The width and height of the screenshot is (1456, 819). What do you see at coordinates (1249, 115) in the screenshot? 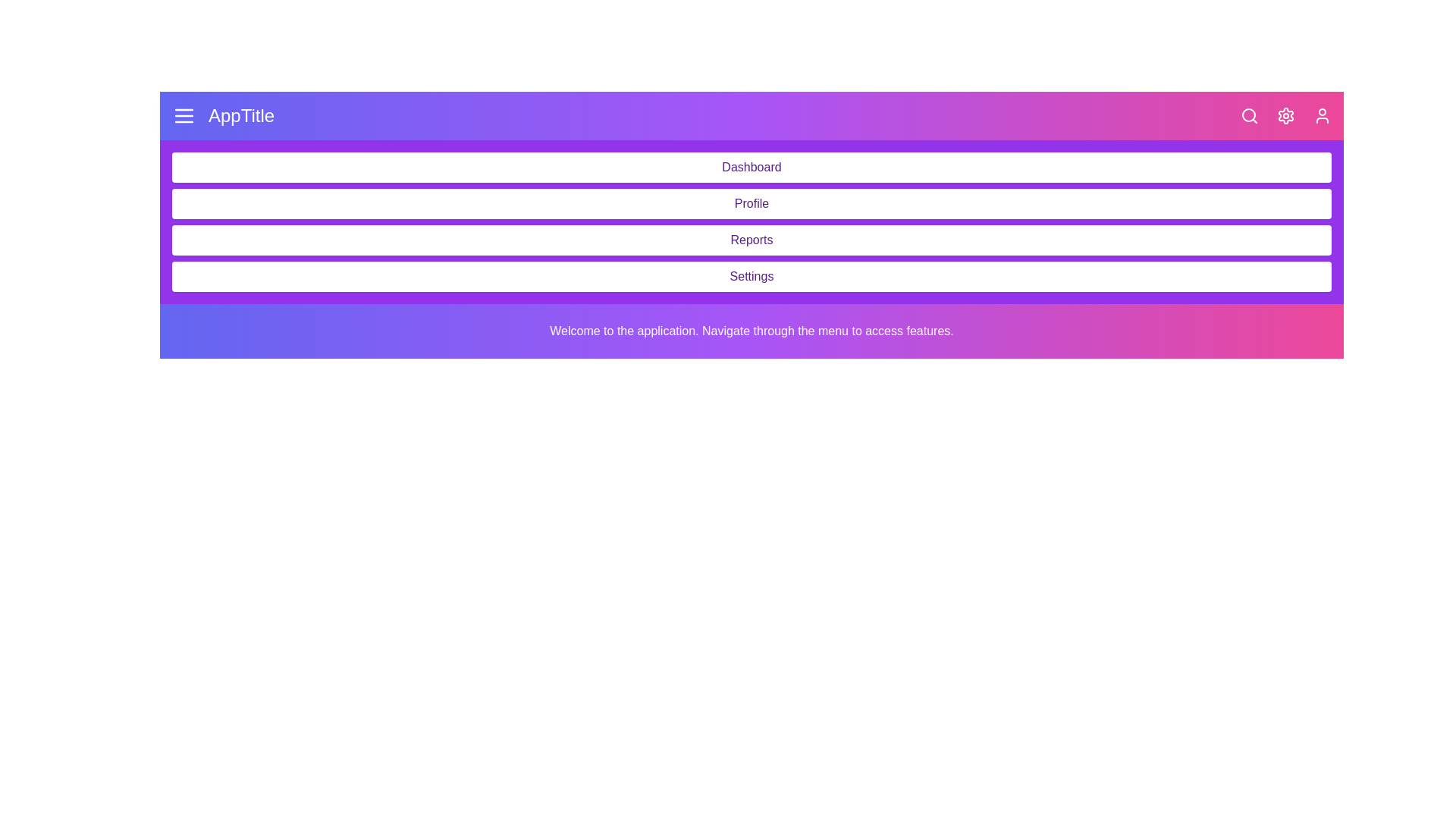
I see `the search icon to initiate a search action` at bounding box center [1249, 115].